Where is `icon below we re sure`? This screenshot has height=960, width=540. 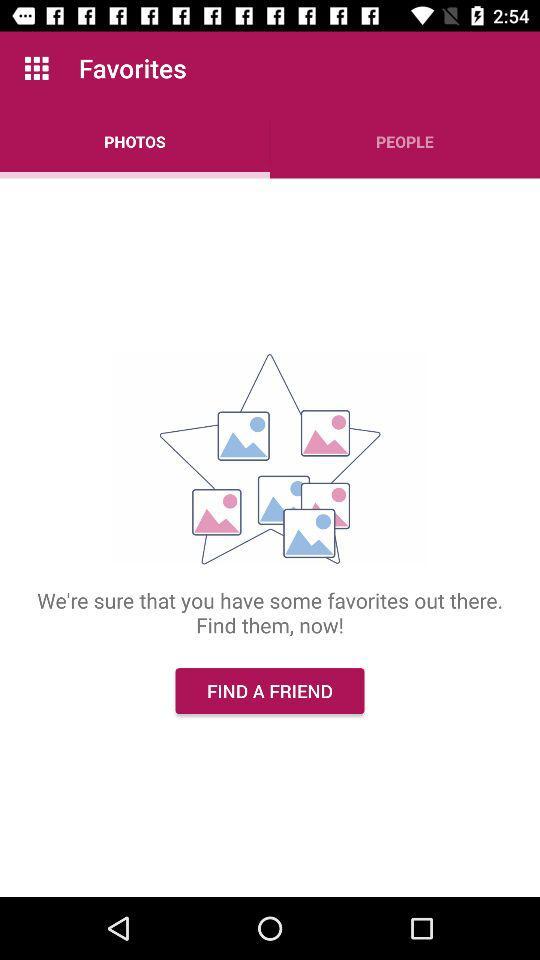
icon below we re sure is located at coordinates (270, 691).